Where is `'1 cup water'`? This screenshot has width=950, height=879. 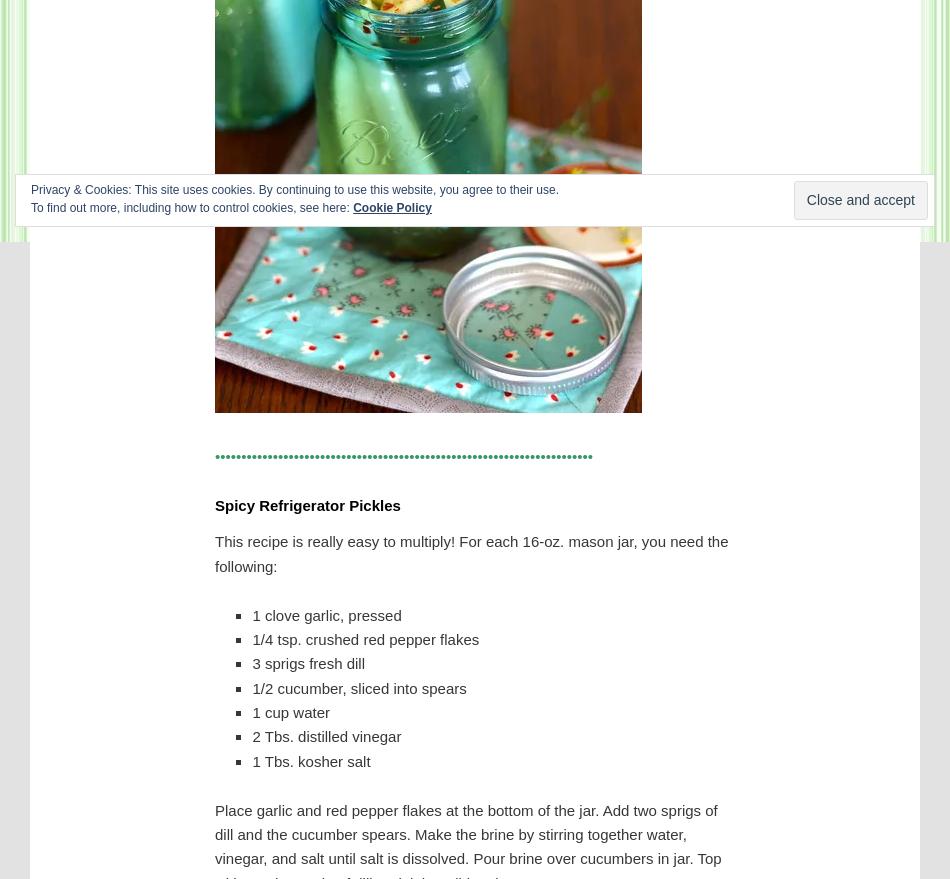
'1 cup water' is located at coordinates (289, 712).